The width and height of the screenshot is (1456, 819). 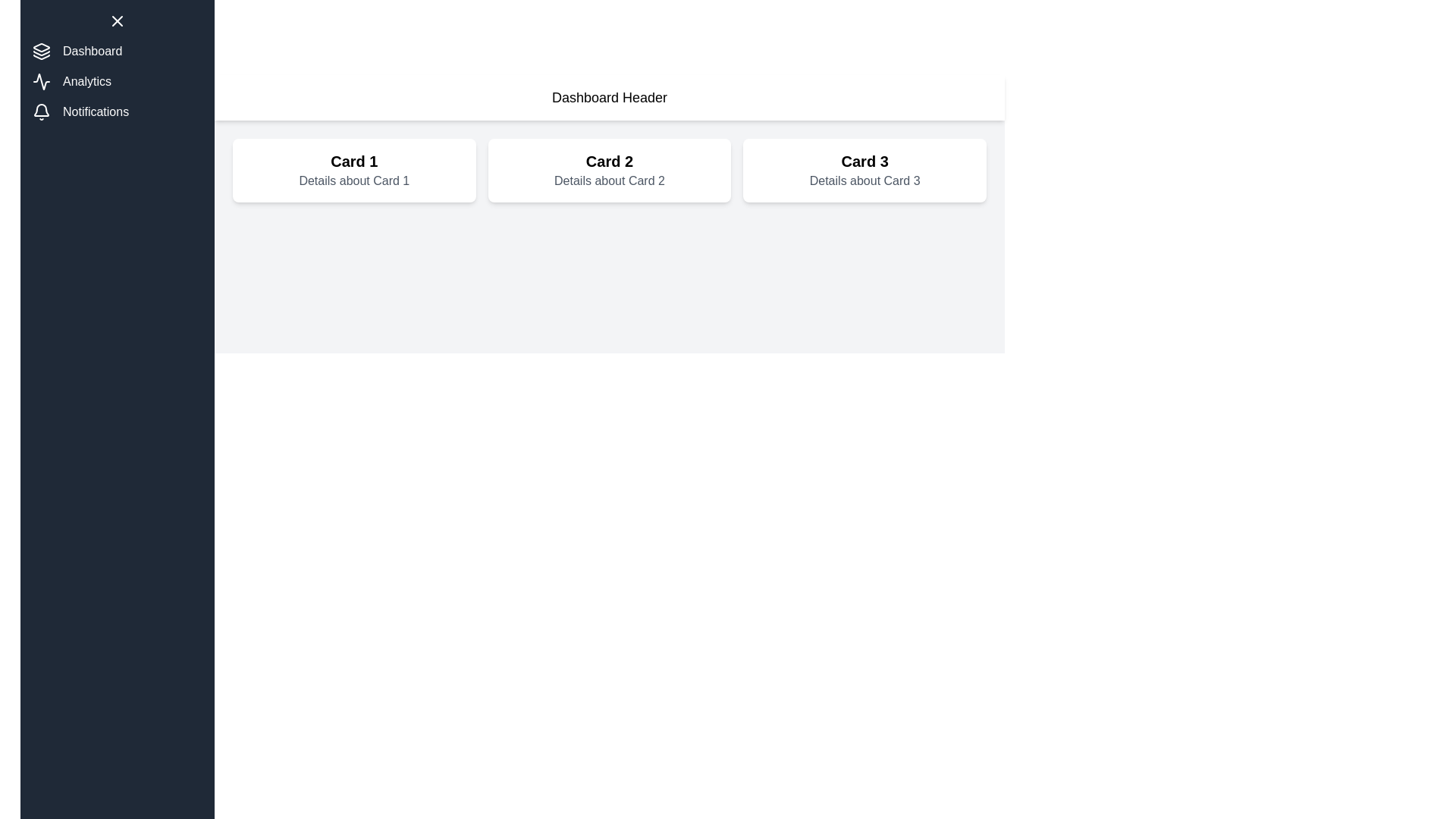 I want to click on text 'Dashboard Header' displayed inside the header element, which is a rectangular area with a white background at the top of the main content section, so click(x=610, y=97).